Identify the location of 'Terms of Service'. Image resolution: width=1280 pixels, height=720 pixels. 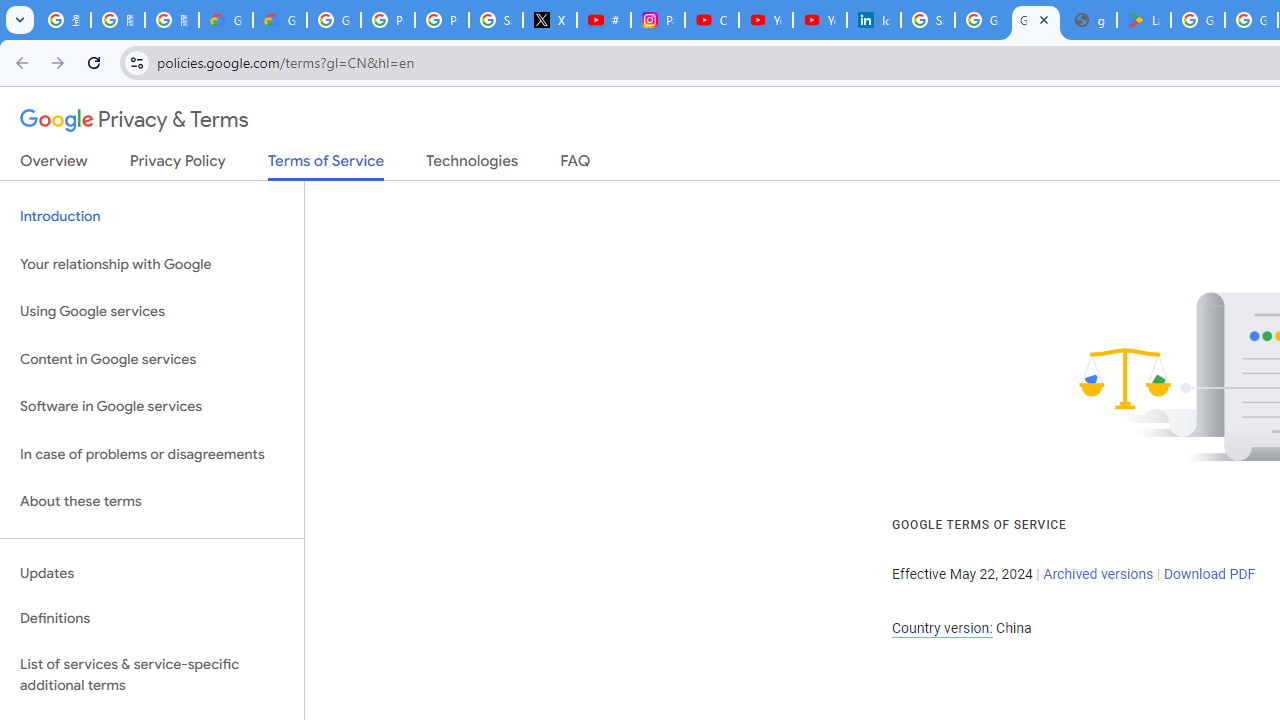
(326, 165).